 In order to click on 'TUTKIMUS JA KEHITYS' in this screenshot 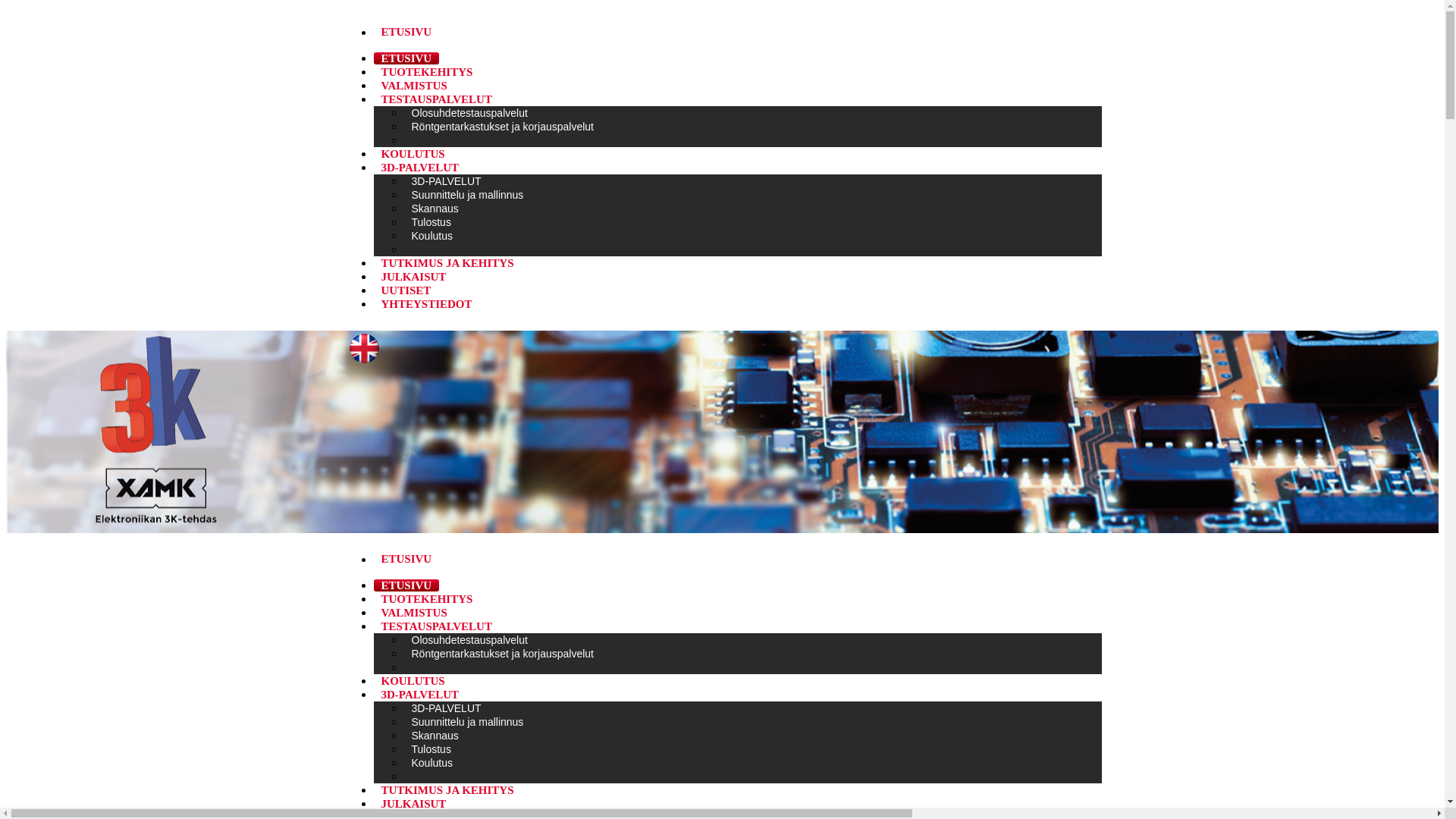, I will do `click(446, 789)`.